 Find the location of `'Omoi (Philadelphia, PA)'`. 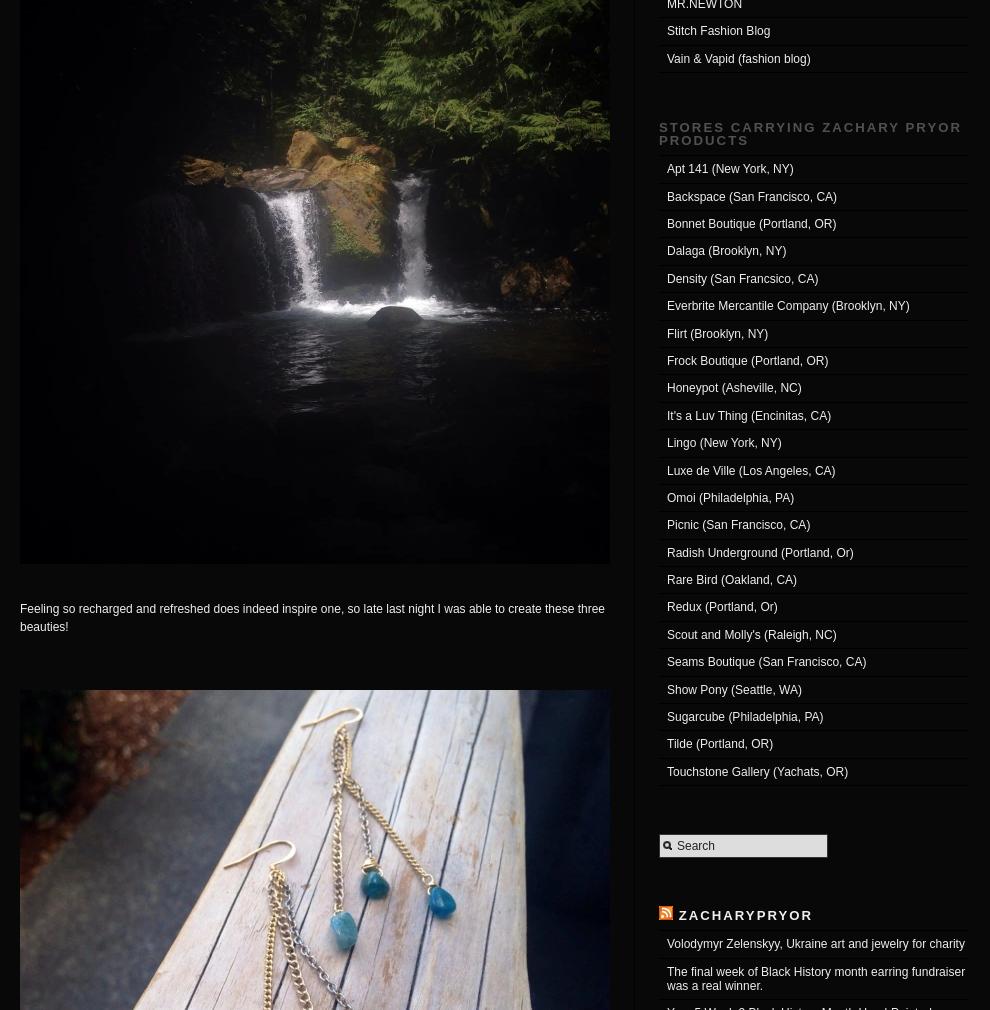

'Omoi (Philadelphia, PA)' is located at coordinates (729, 497).